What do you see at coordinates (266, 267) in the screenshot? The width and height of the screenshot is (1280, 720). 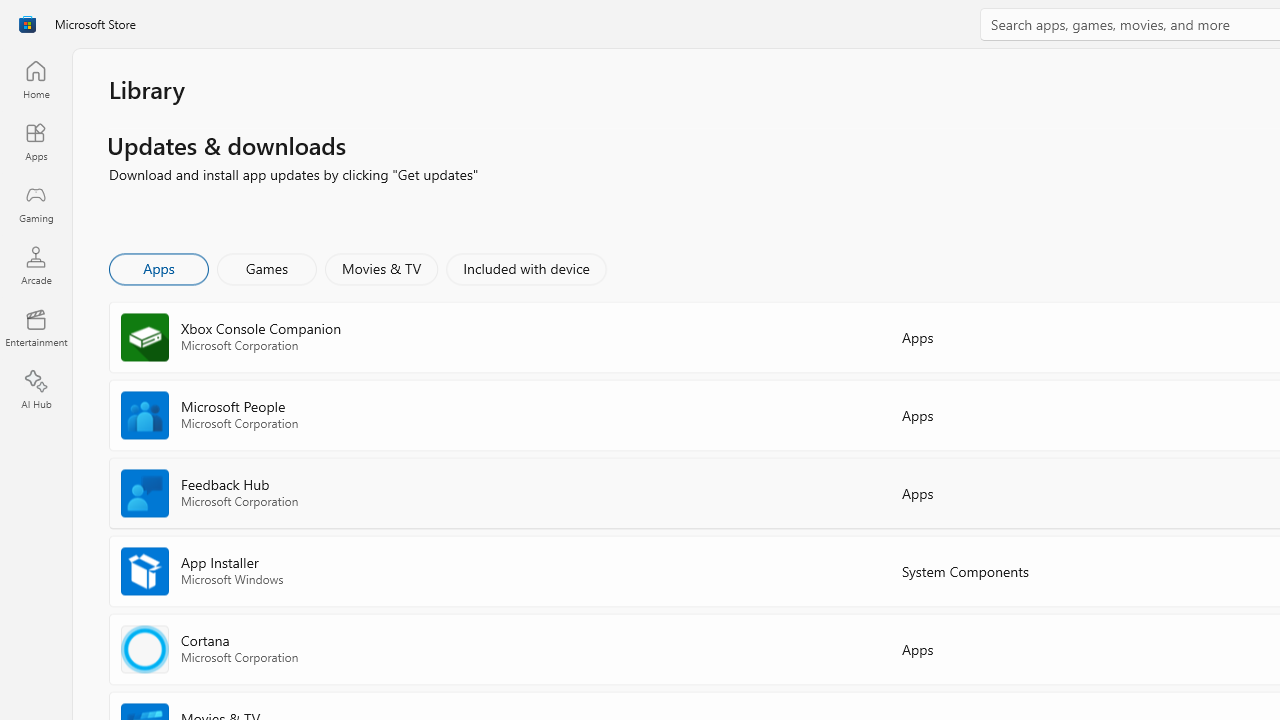 I see `'Games'` at bounding box center [266, 267].